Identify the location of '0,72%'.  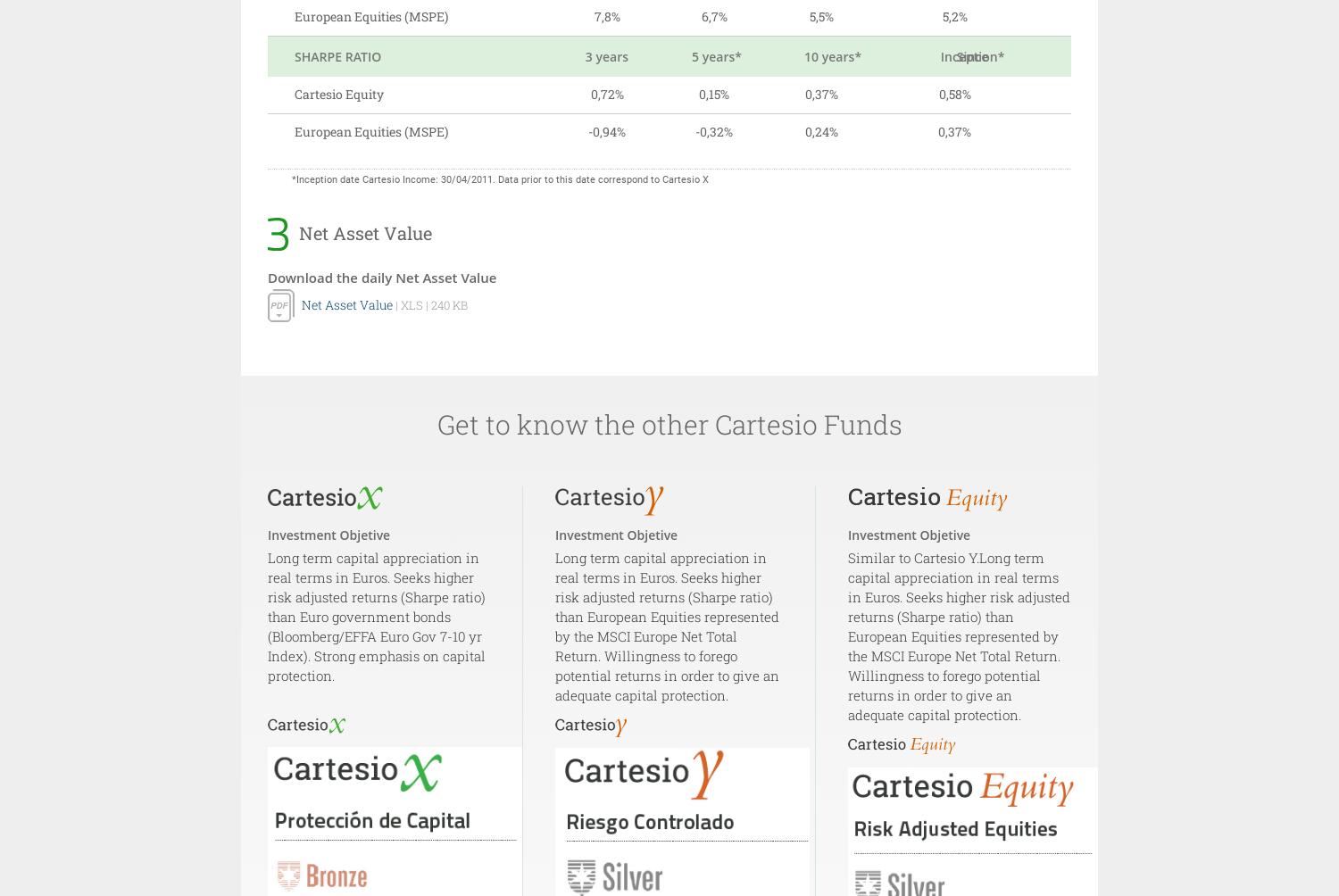
(590, 94).